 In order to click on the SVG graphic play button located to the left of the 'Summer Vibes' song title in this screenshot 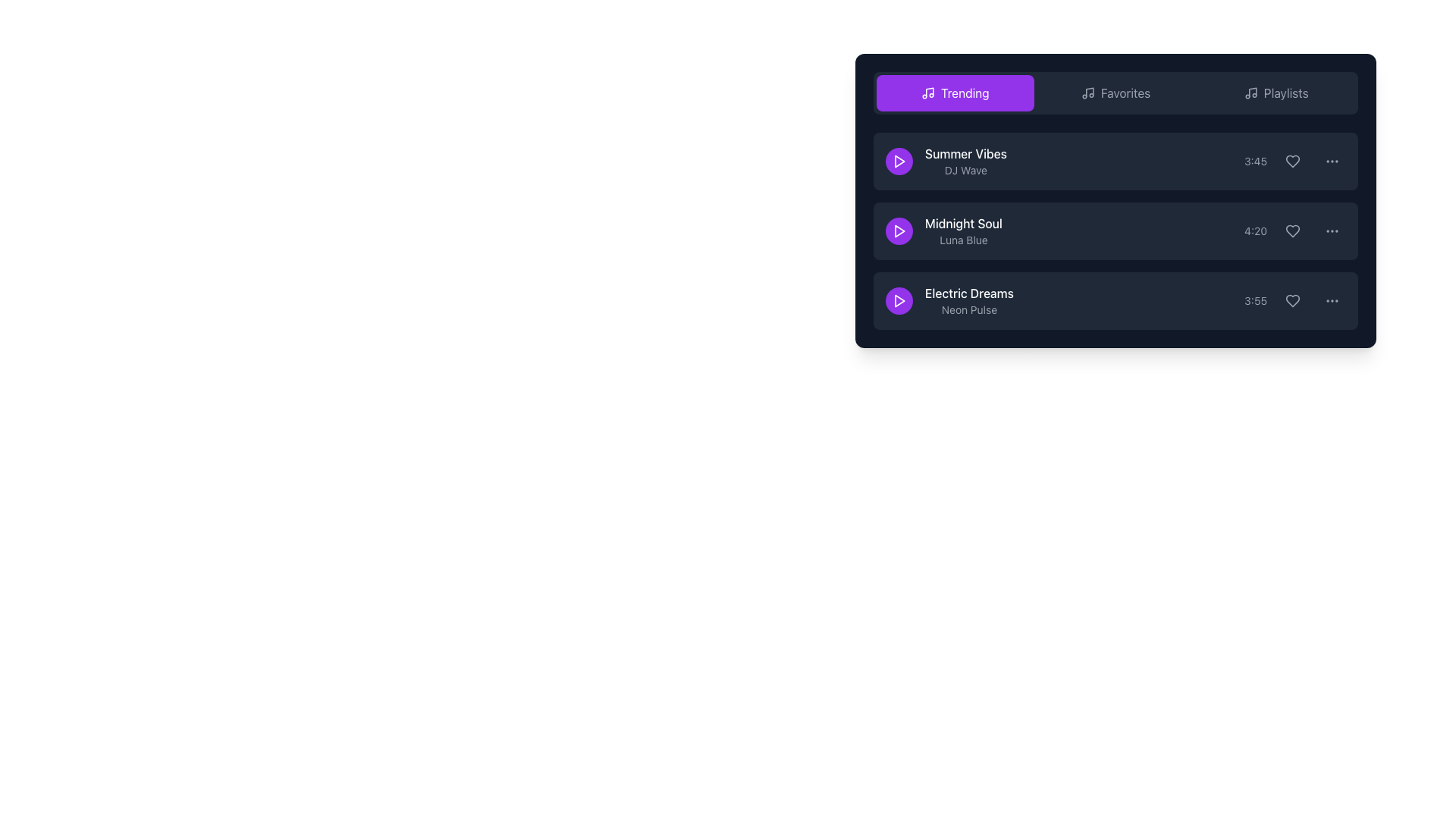, I will do `click(899, 161)`.